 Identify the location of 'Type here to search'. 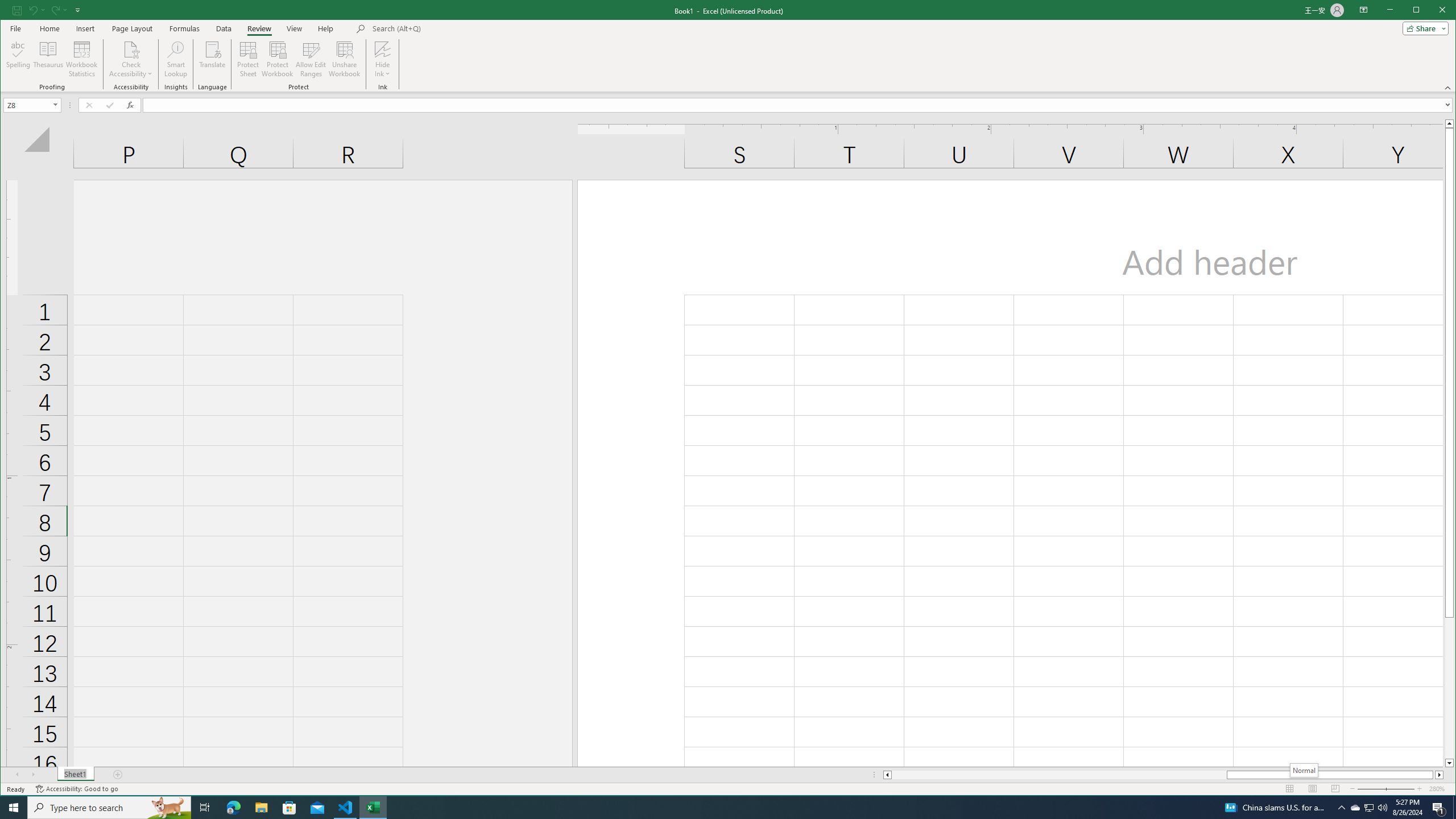
(109, 806).